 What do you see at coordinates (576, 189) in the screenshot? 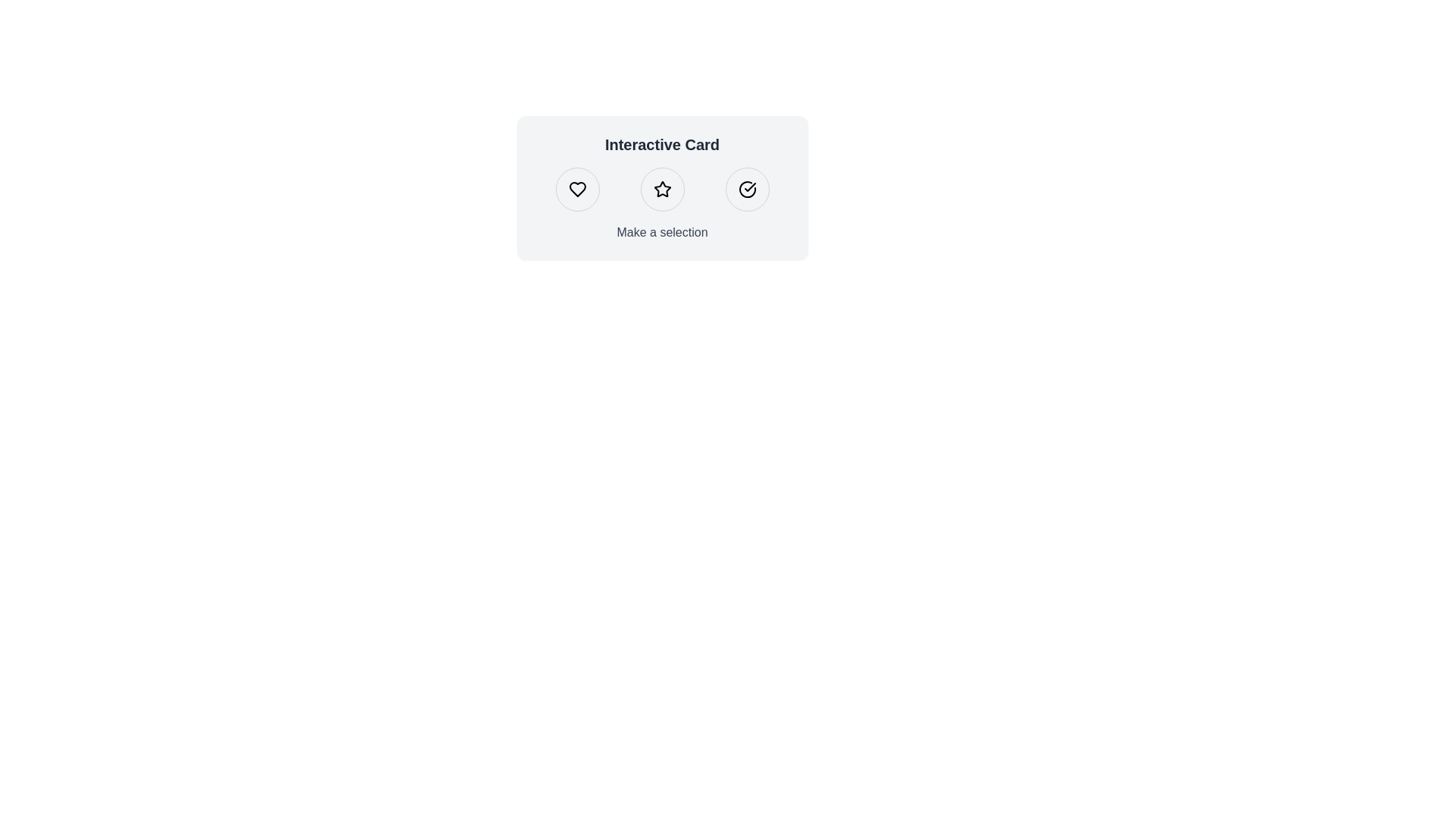
I see `the black outlined heart icon located within the 'Interactive Card' section` at bounding box center [576, 189].